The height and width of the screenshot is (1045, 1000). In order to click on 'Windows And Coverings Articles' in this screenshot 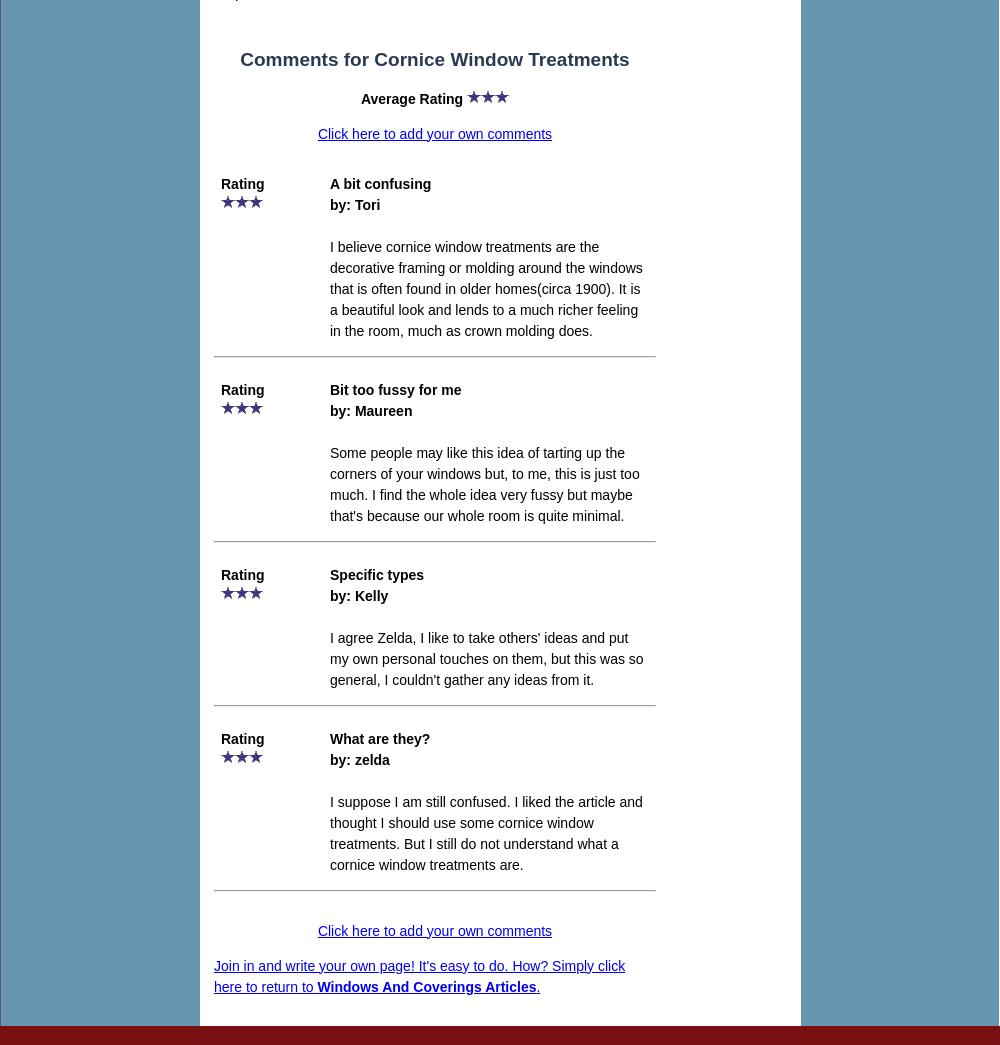, I will do `click(426, 984)`.